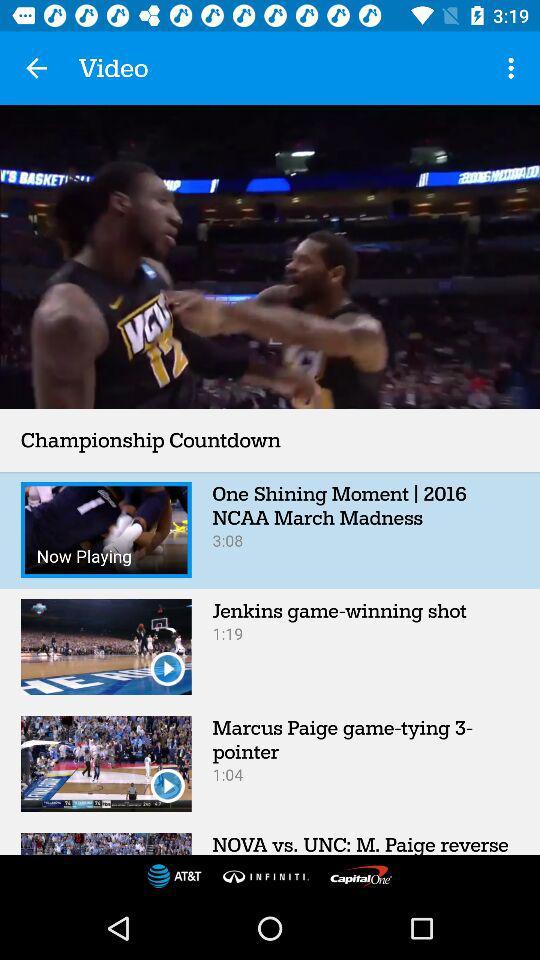 This screenshot has height=960, width=540. Describe the element at coordinates (36, 68) in the screenshot. I see `app to the left of video item` at that location.